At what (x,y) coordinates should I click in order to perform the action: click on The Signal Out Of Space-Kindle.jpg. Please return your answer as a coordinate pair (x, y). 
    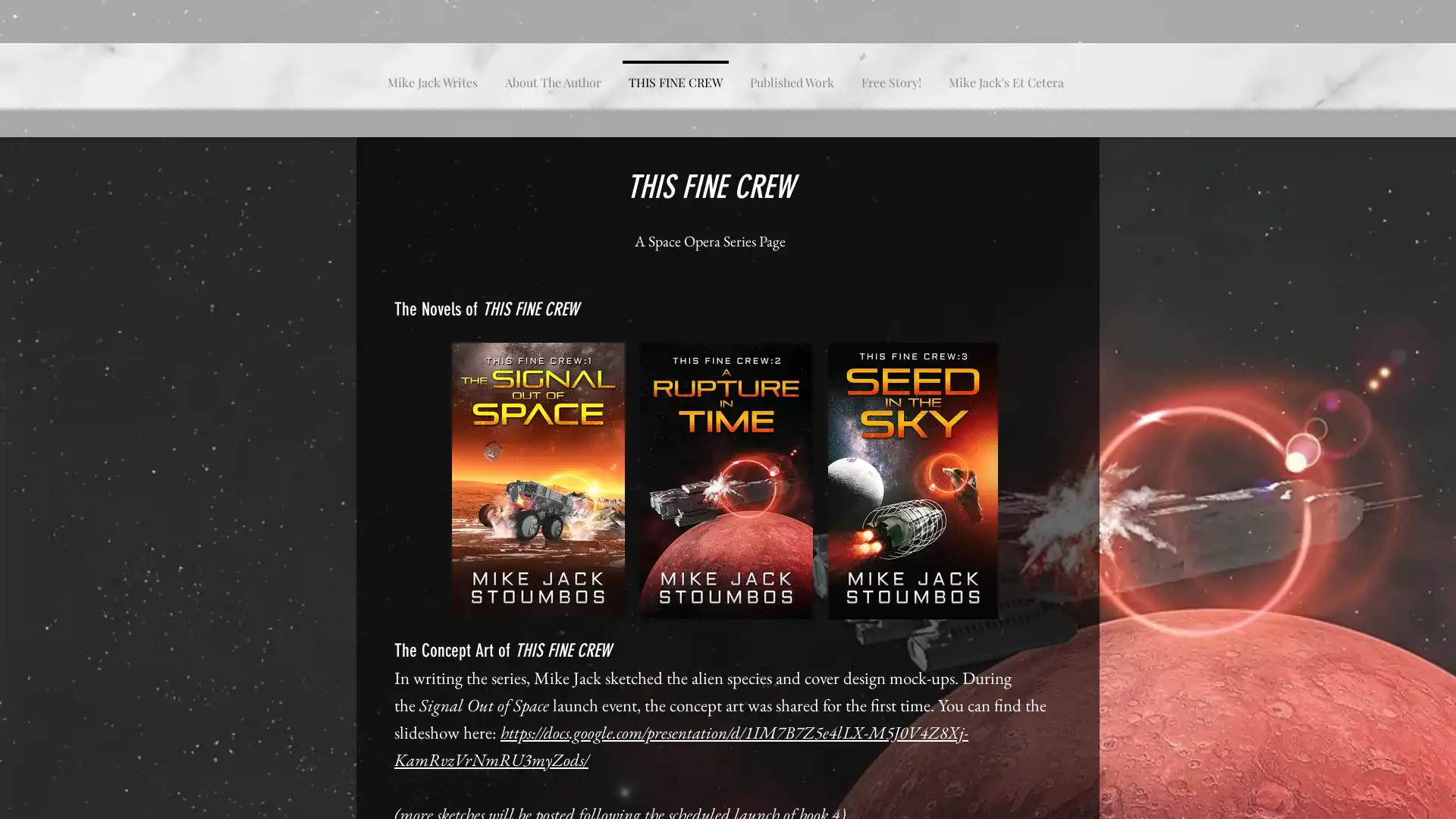
    Looking at the image, I should click on (538, 481).